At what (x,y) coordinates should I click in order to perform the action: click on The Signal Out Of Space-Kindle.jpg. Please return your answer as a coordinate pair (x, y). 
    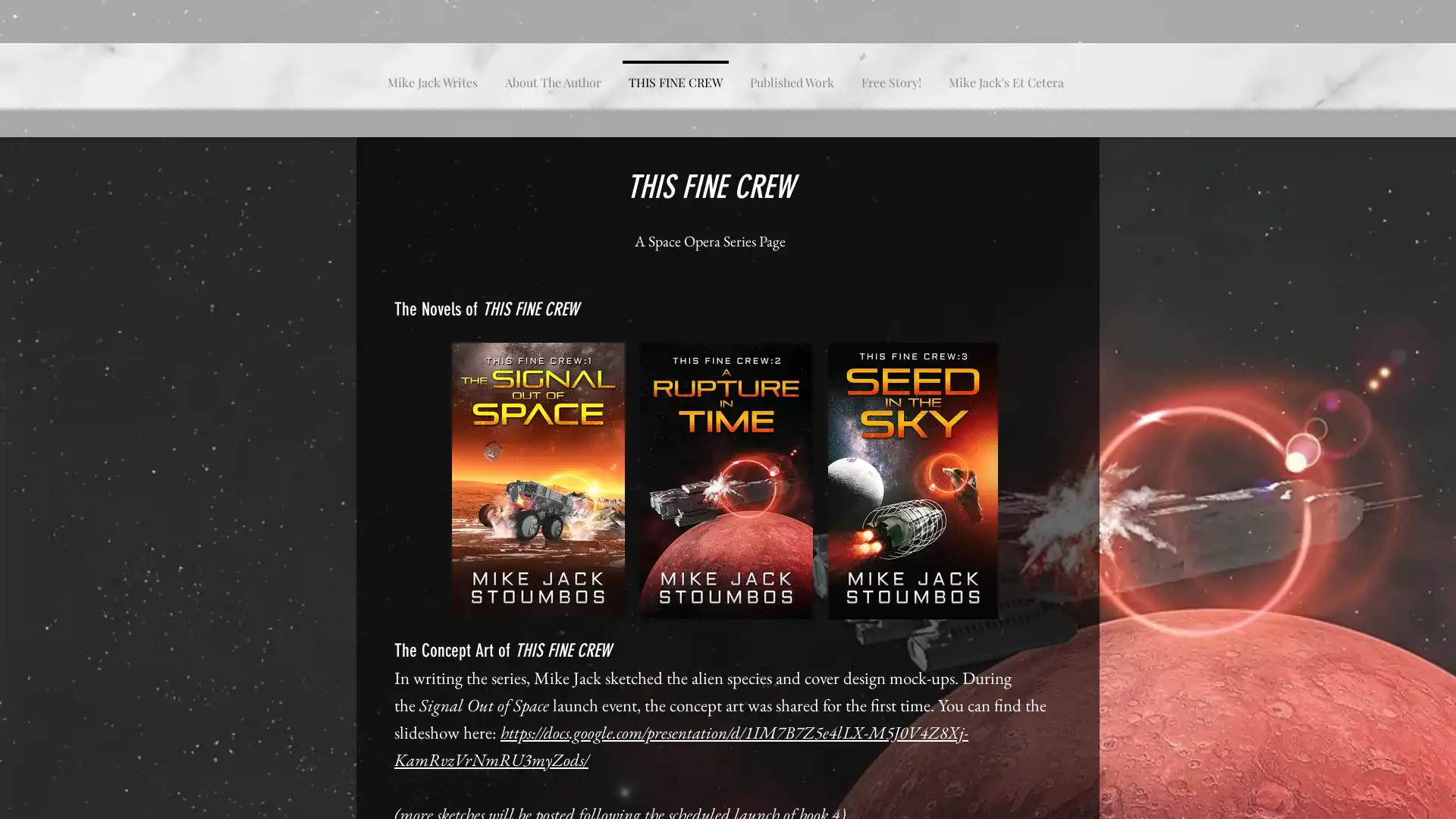
    Looking at the image, I should click on (538, 481).